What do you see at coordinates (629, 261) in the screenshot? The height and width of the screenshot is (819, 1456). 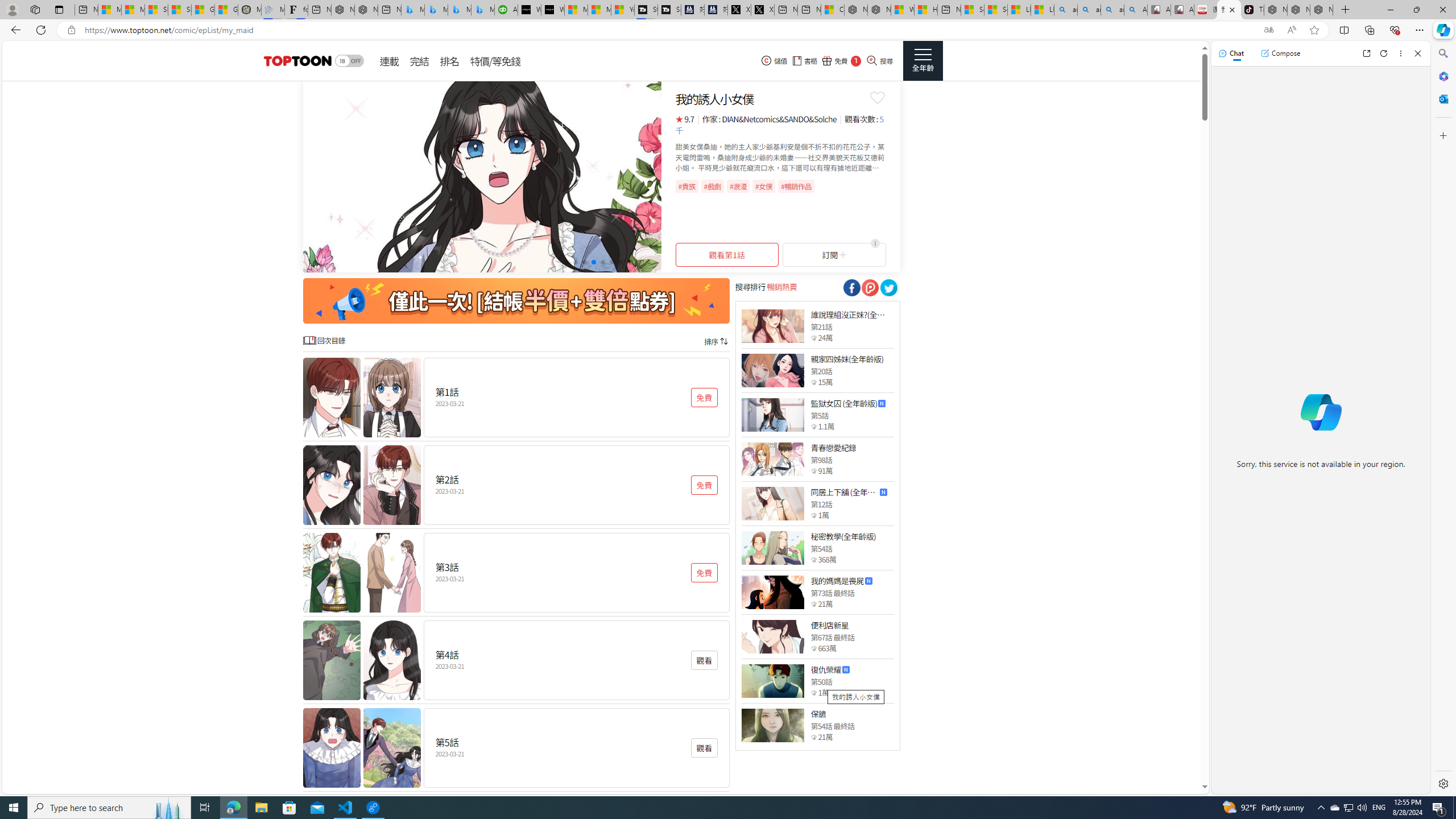 I see `'Go to slide 8'` at bounding box center [629, 261].